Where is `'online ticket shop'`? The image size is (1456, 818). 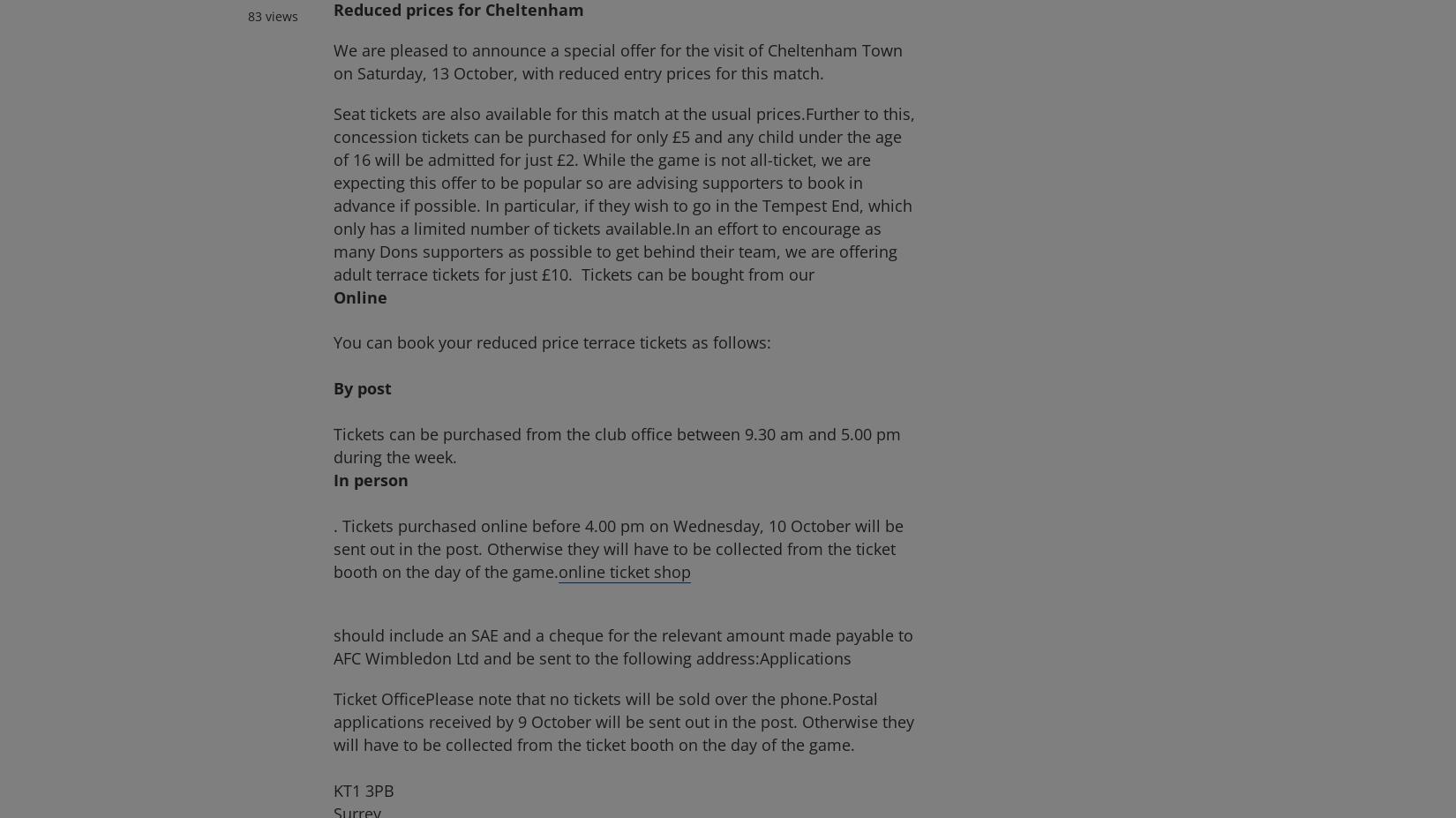
'online ticket shop' is located at coordinates (624, 570).